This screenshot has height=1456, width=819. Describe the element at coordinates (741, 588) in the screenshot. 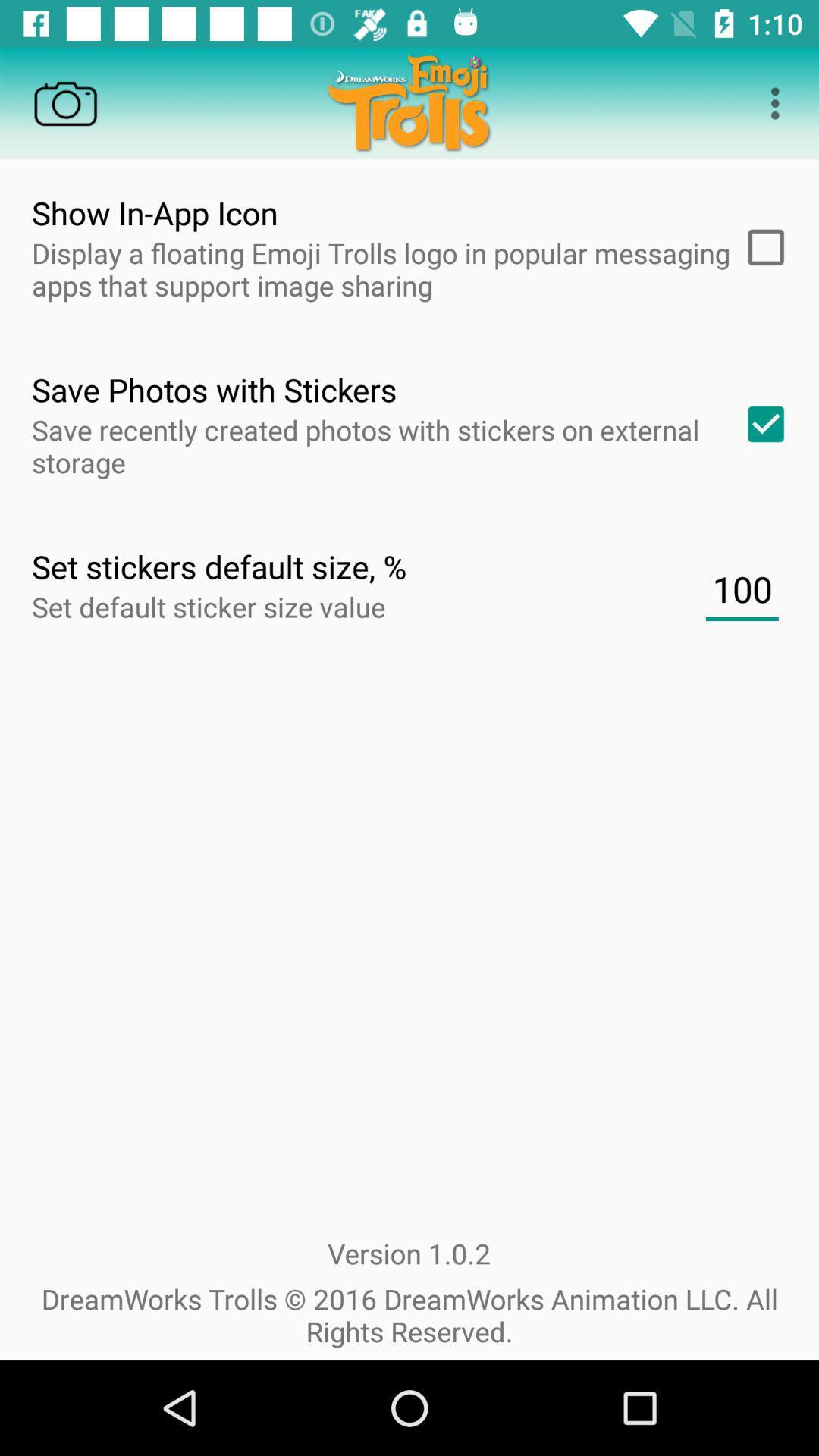

I see `icon above dreamworks trolls 2016` at that location.